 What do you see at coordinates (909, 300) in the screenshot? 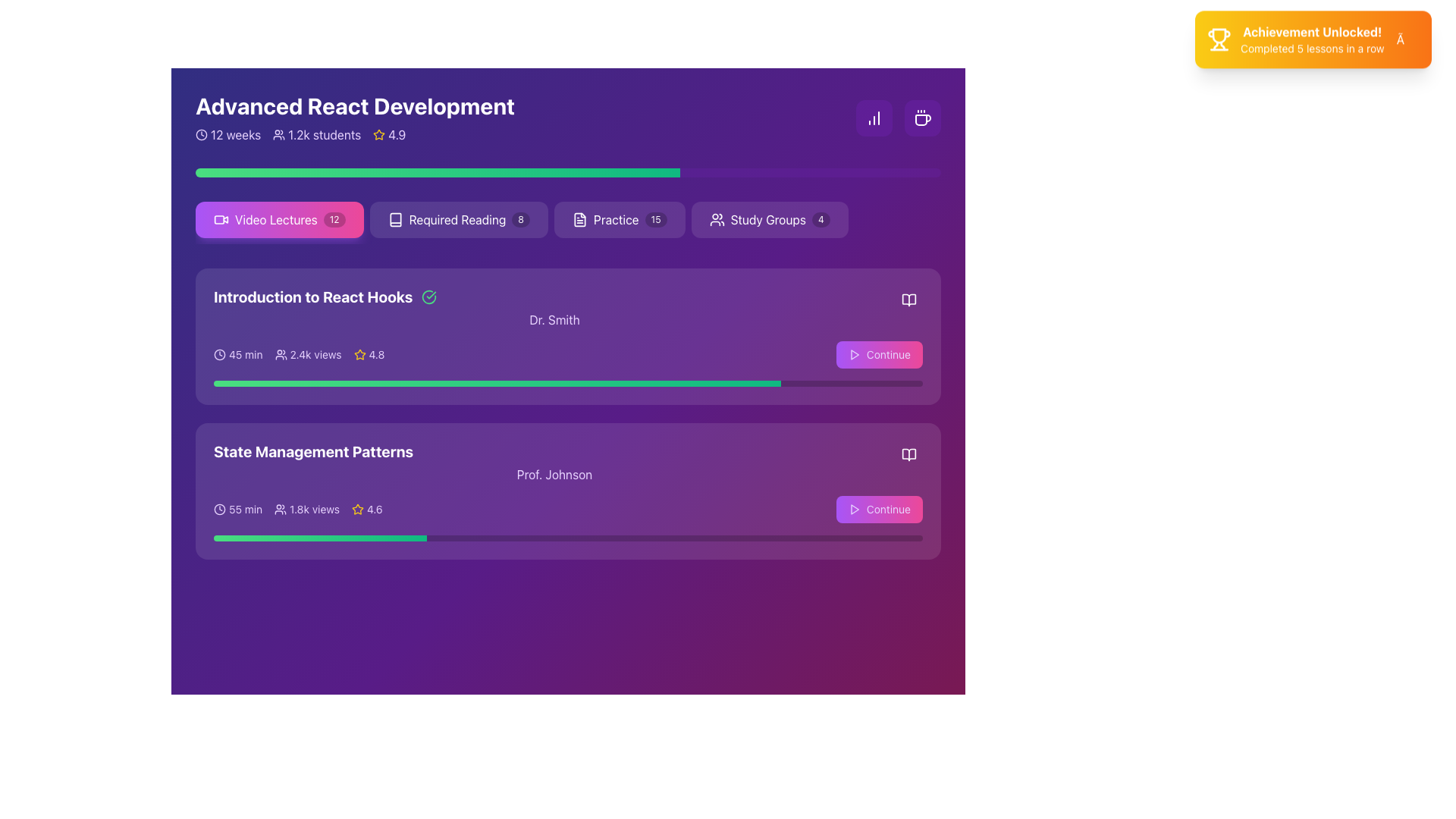
I see `the open book icon displayed in white on a dark purple background` at bounding box center [909, 300].